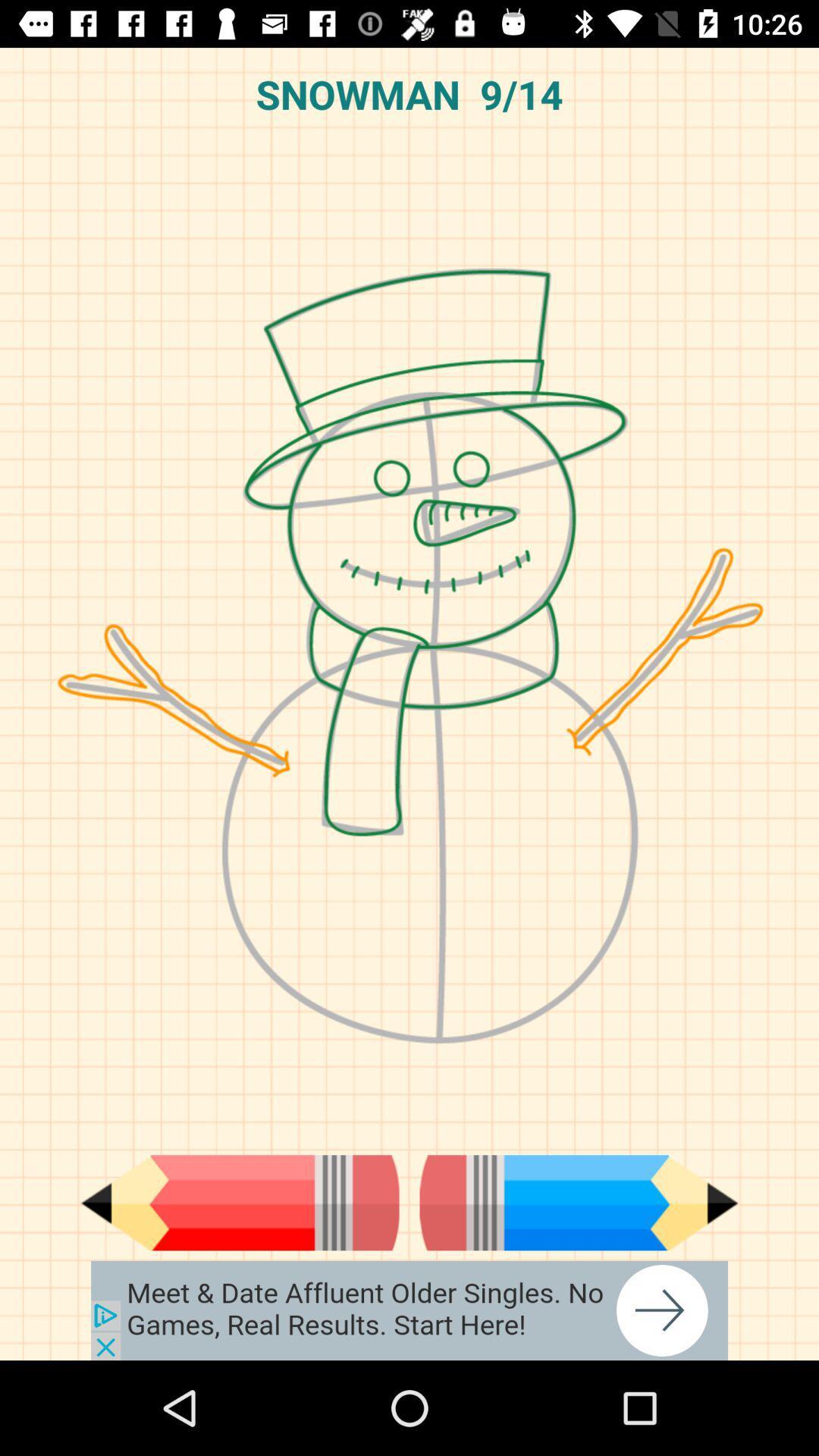  Describe the element at coordinates (239, 1202) in the screenshot. I see `previous button` at that location.